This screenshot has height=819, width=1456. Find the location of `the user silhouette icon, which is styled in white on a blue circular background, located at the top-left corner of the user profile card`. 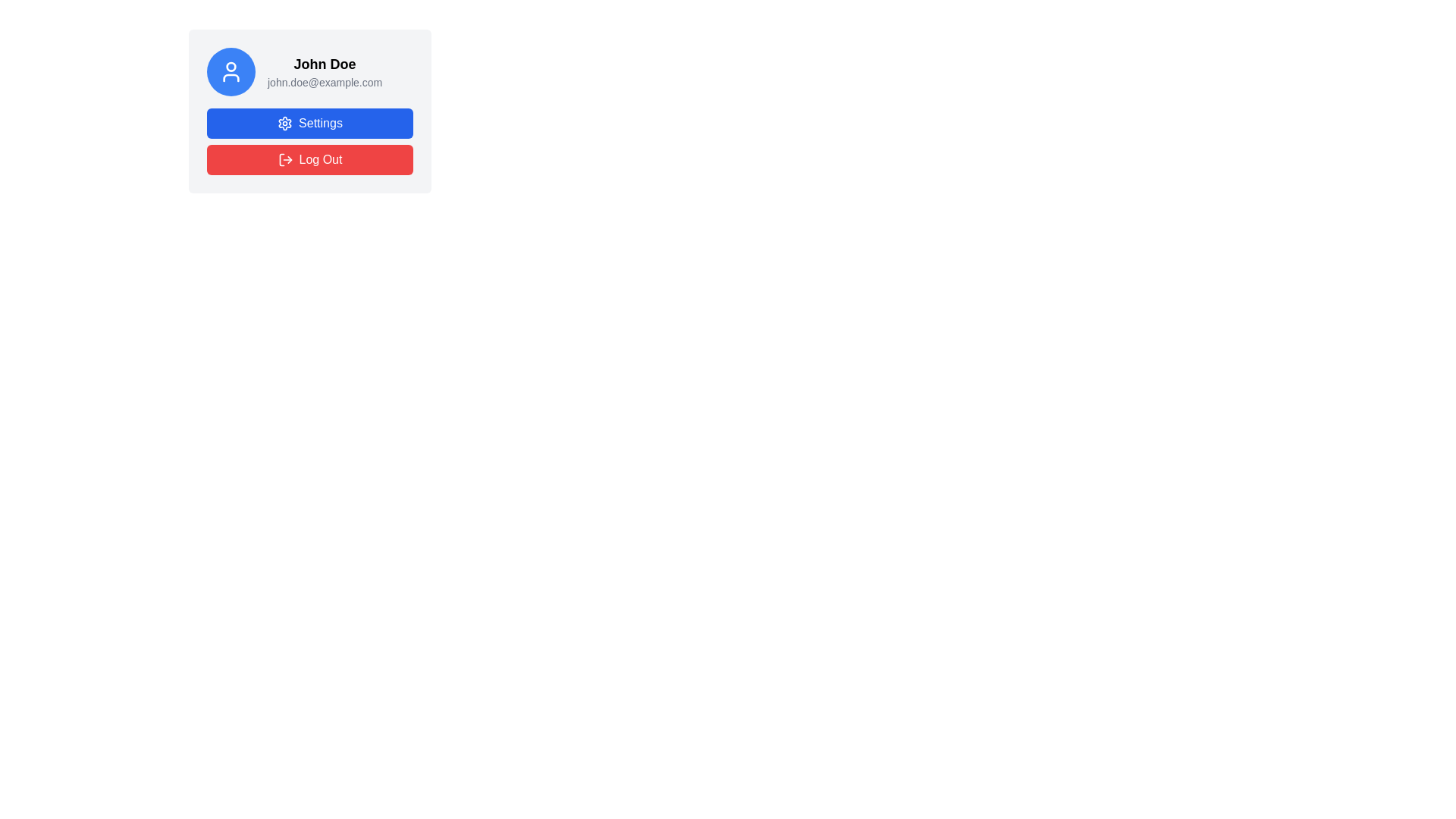

the user silhouette icon, which is styled in white on a blue circular background, located at the top-left corner of the user profile card is located at coordinates (231, 72).